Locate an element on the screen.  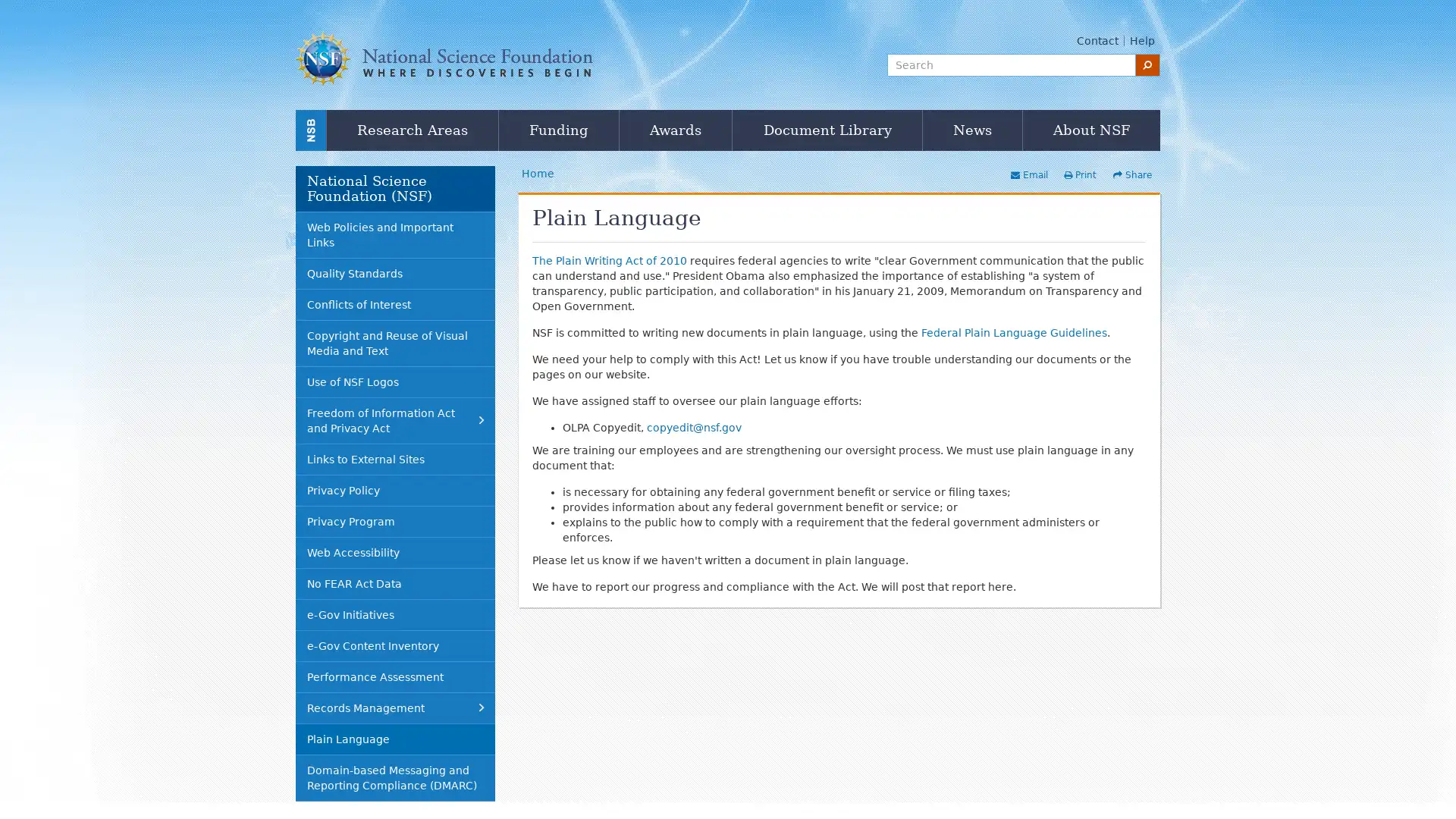
Share this page is located at coordinates (1131, 174).